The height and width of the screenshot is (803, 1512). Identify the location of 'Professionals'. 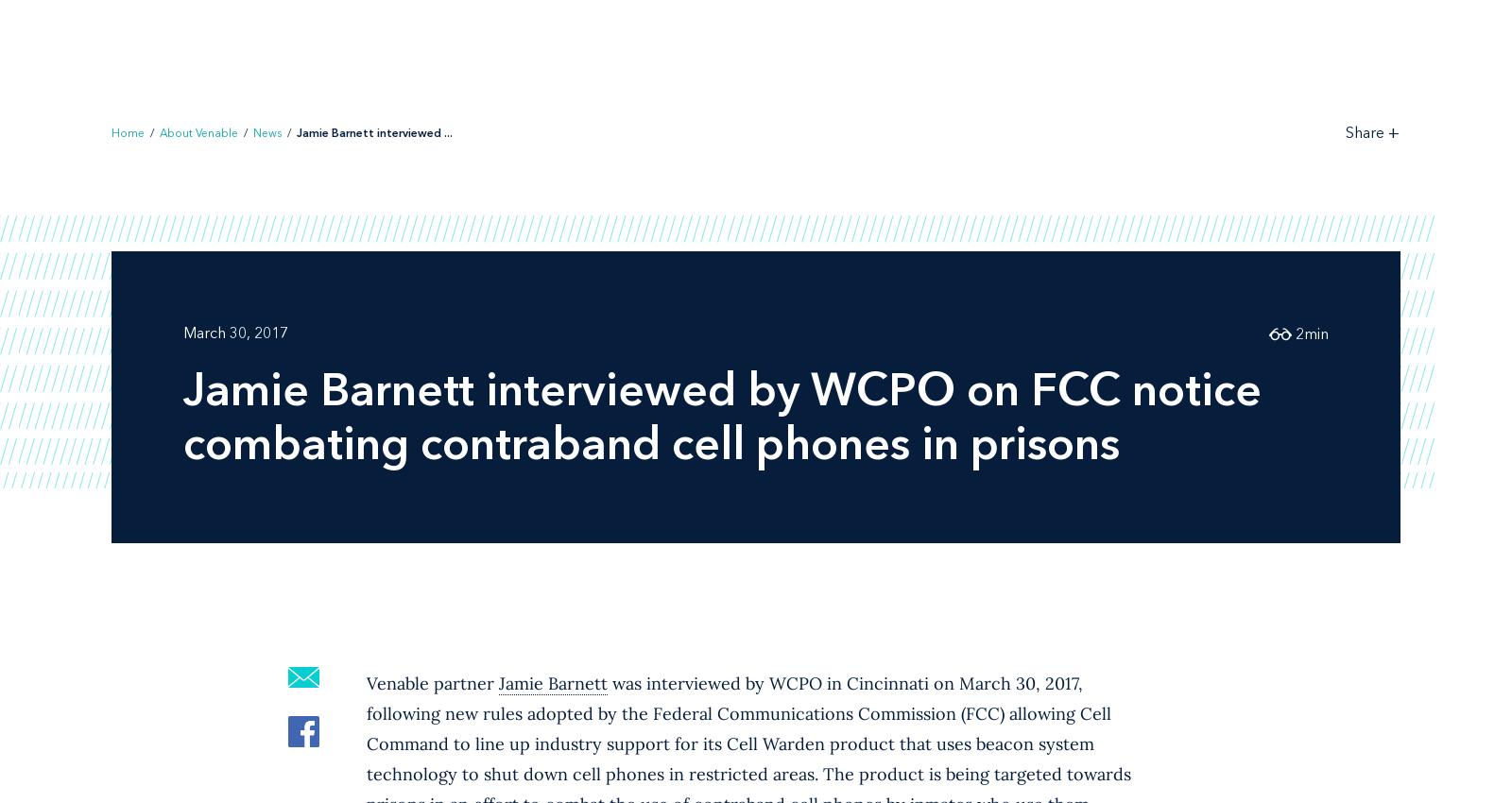
(646, 42).